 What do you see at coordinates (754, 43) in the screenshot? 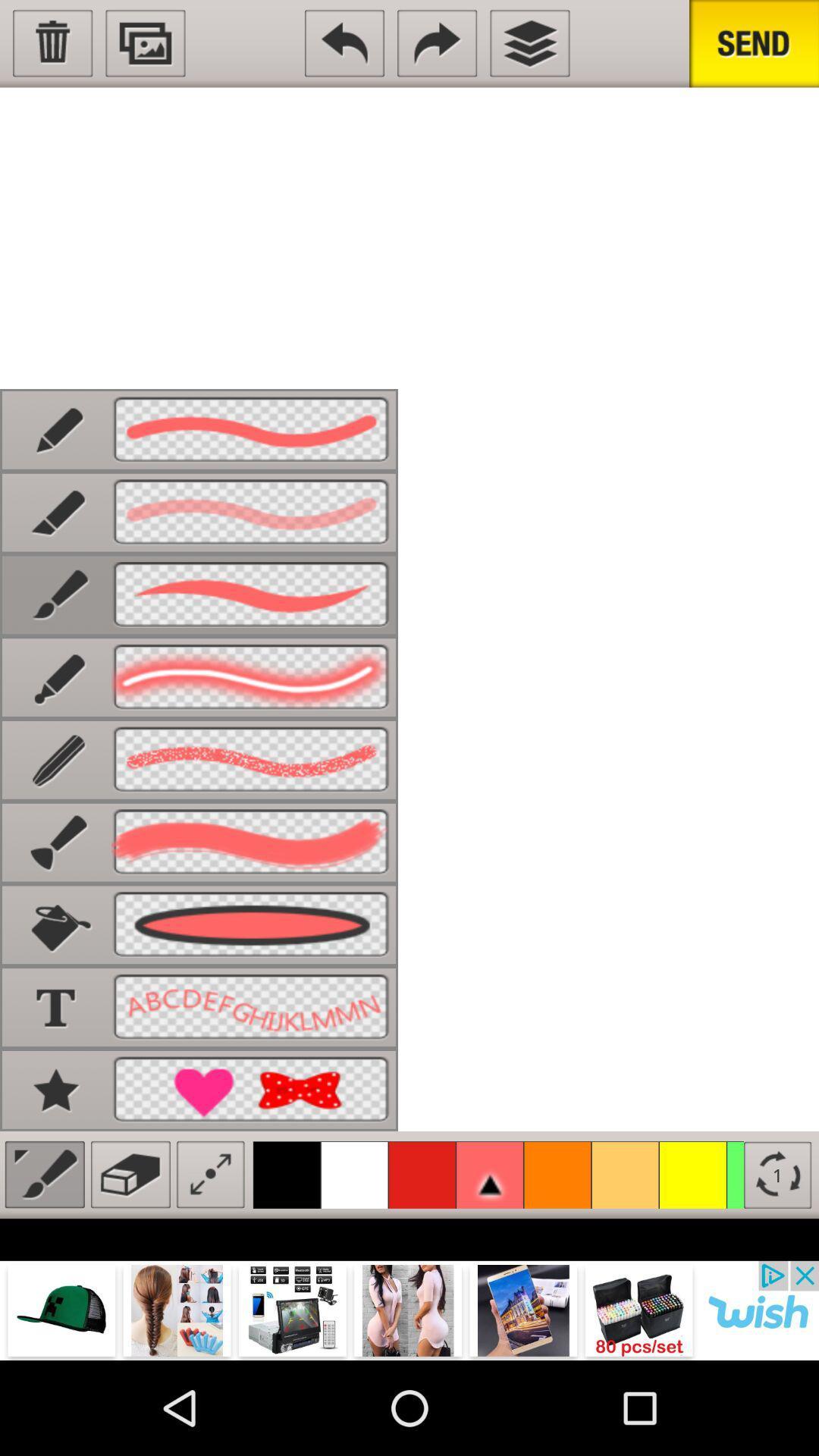
I see `send the paint` at bounding box center [754, 43].